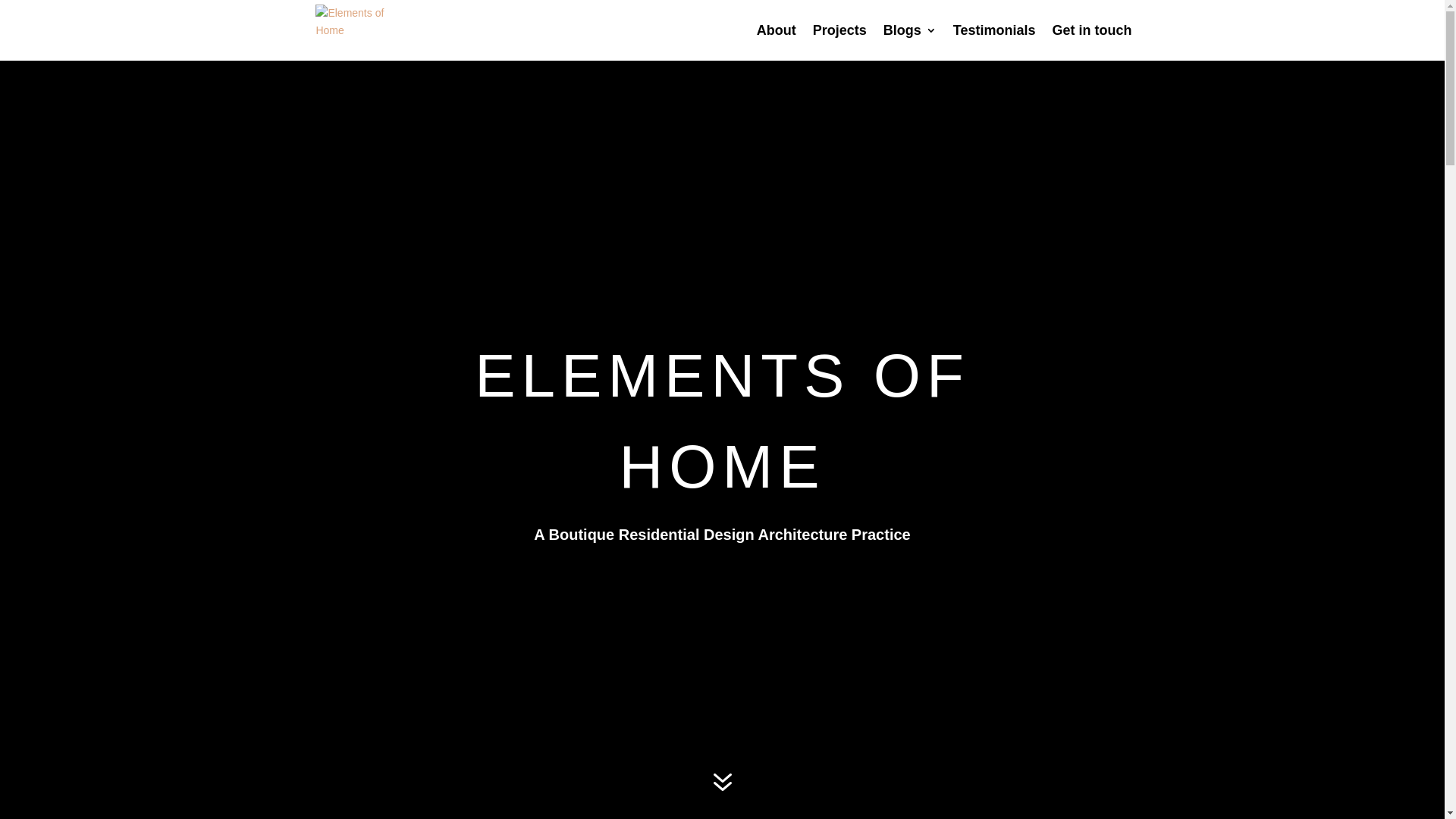 This screenshot has width=1456, height=819. I want to click on 'About', so click(776, 42).